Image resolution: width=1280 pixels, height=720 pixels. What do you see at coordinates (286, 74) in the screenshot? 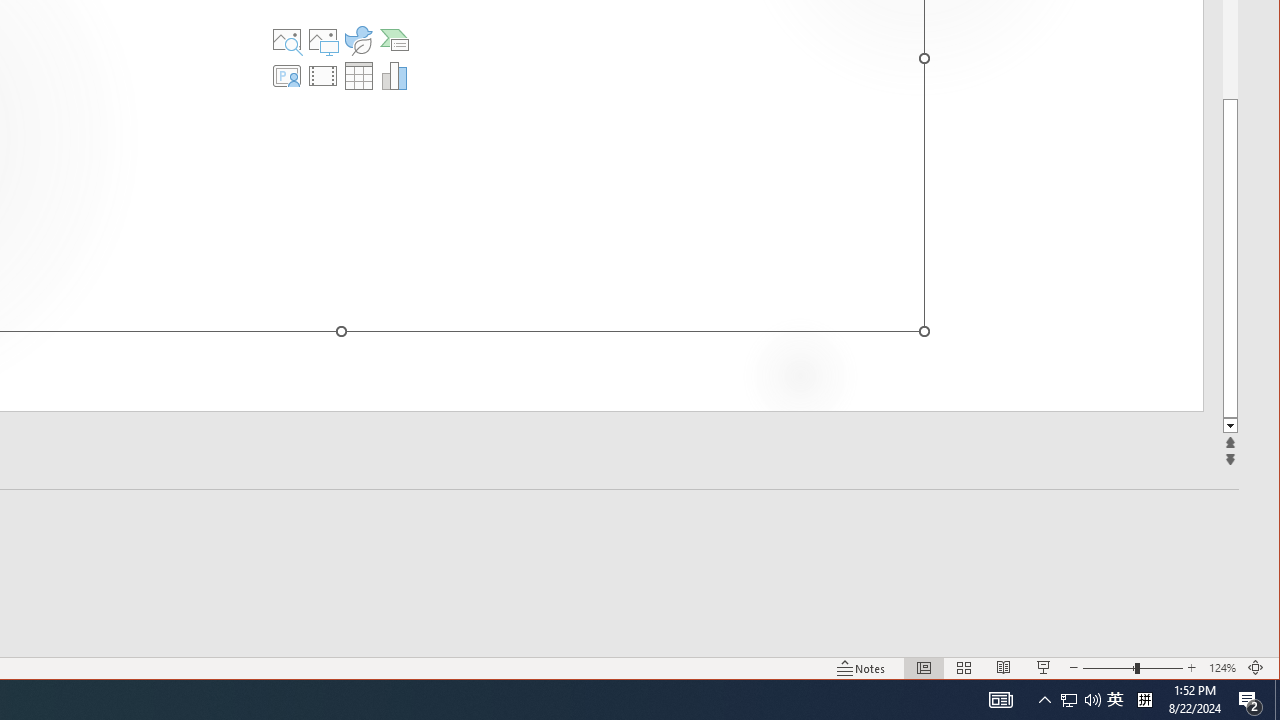
I see `'Insert Cameo'` at bounding box center [286, 74].